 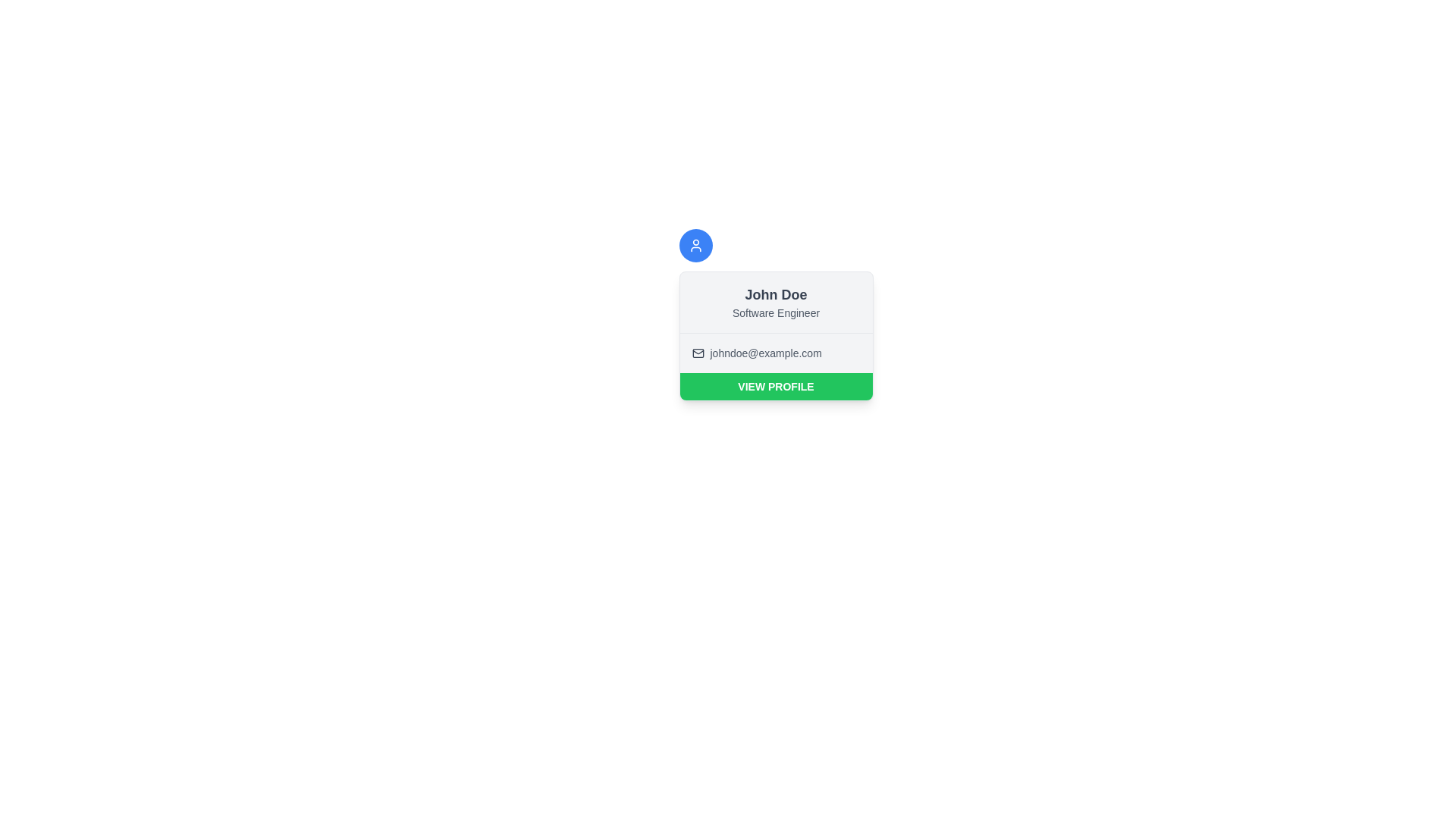 What do you see at coordinates (697, 353) in the screenshot?
I see `the envelope icon representing the email feature located in the profile card near the email address text 'johndoe@example.com'` at bounding box center [697, 353].